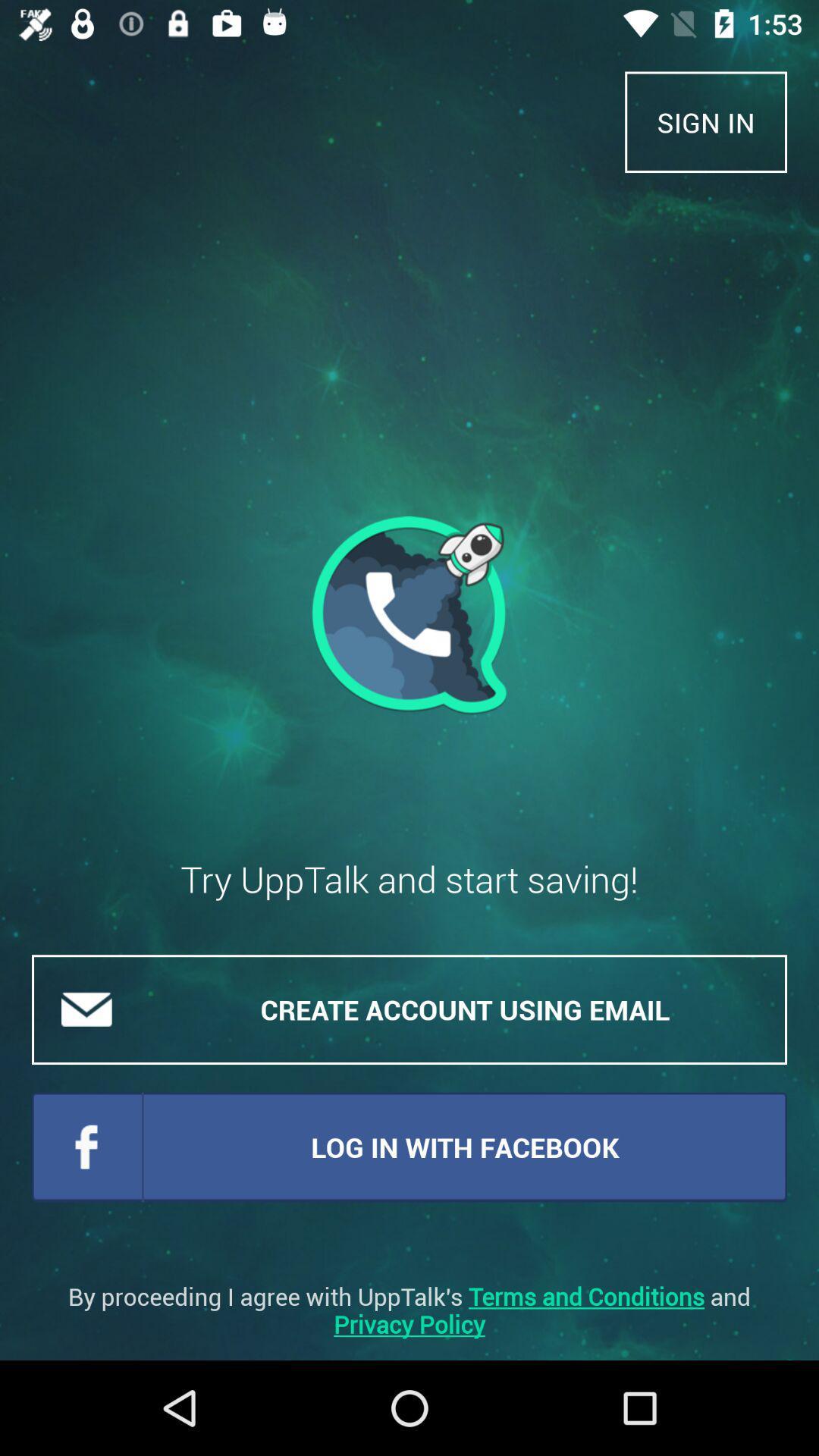 The width and height of the screenshot is (819, 1456). Describe the element at coordinates (409, 1310) in the screenshot. I see `the by proceeding i item` at that location.